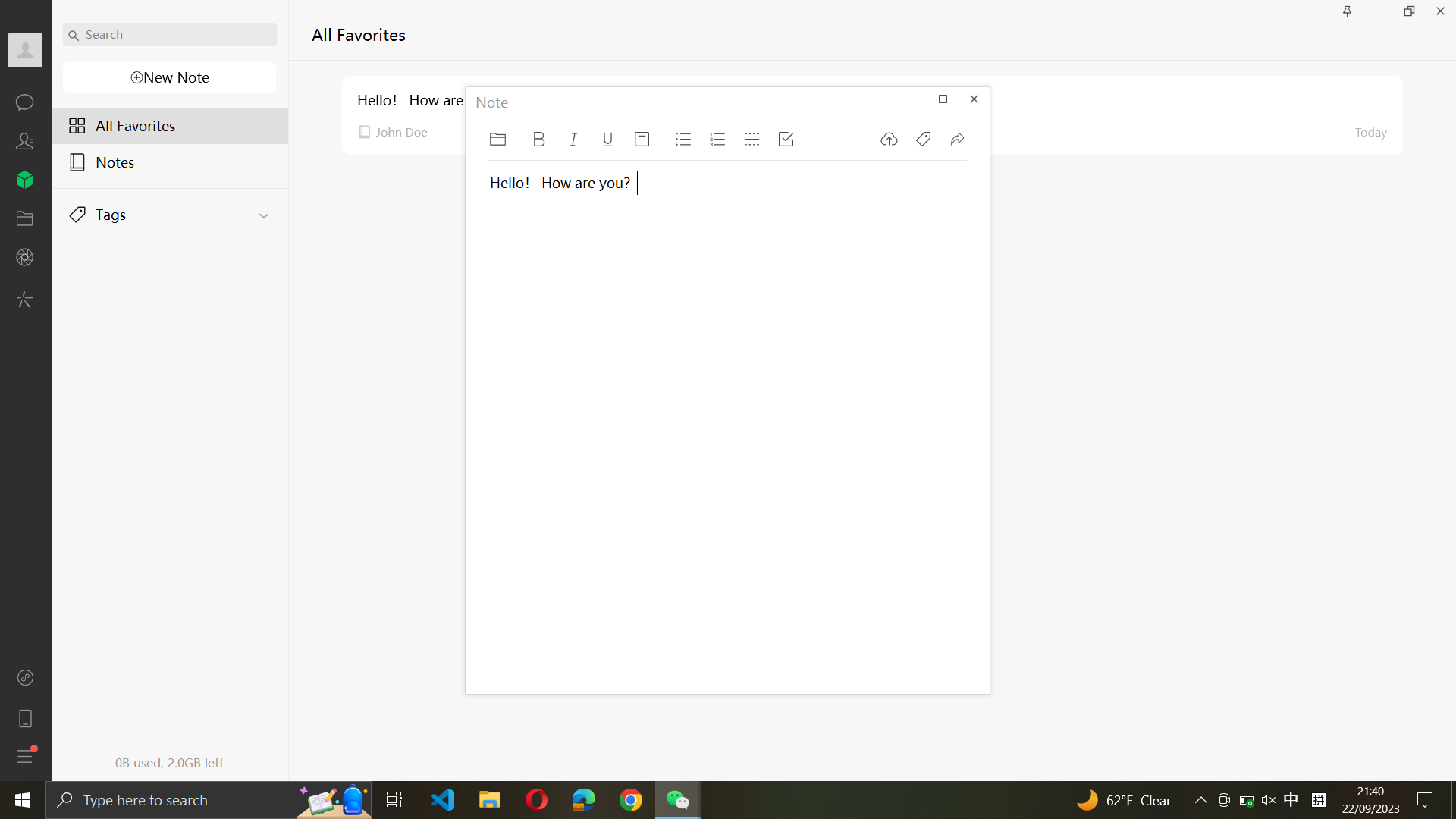 Image resolution: width=1456 pixels, height=819 pixels. What do you see at coordinates (551, 444) in the screenshot?
I see `Input the word "Goodbye" in the current note and strike out the text` at bounding box center [551, 444].